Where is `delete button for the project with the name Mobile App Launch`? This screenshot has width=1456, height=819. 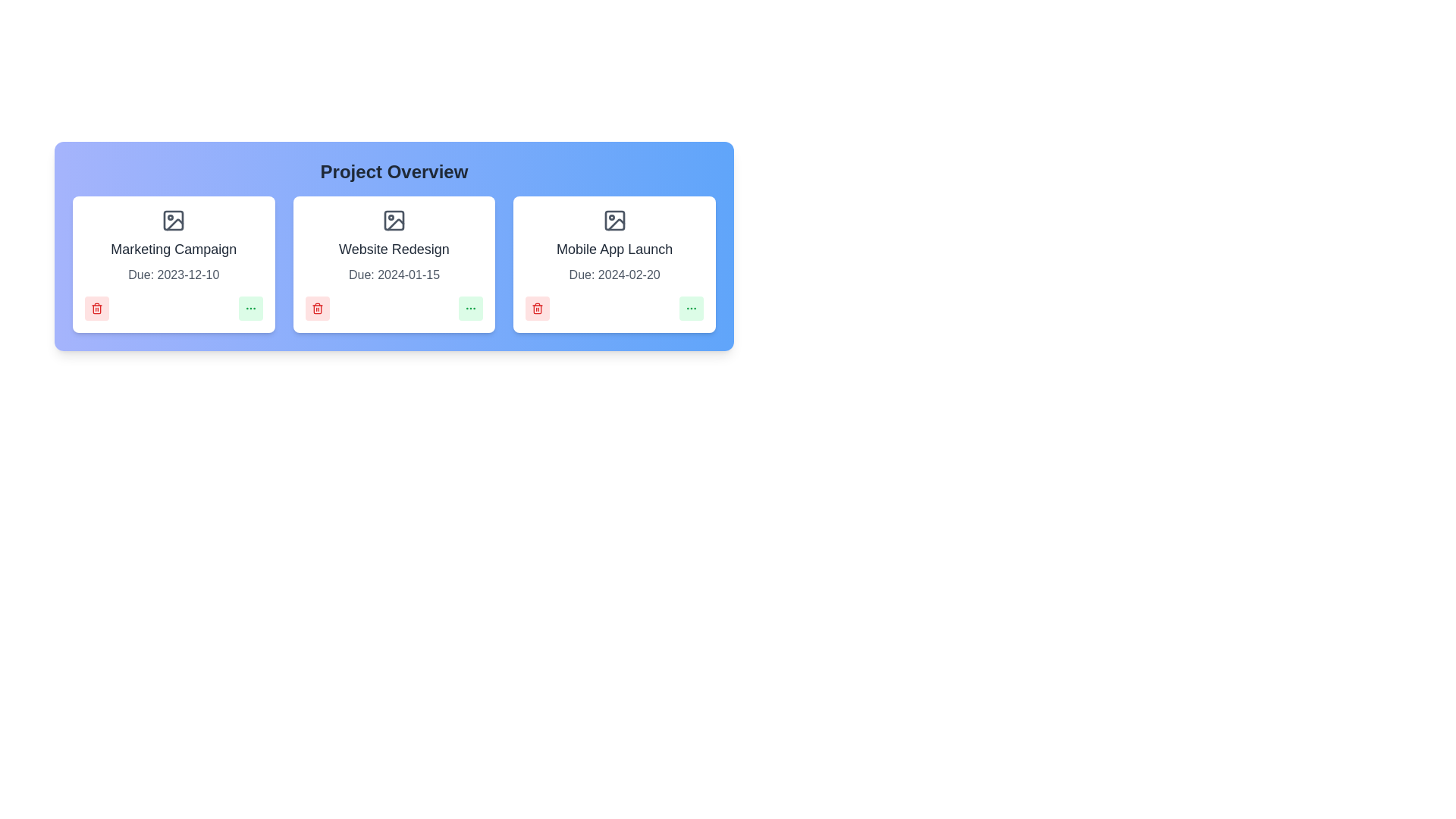 delete button for the project with the name Mobile App Launch is located at coordinates (538, 308).